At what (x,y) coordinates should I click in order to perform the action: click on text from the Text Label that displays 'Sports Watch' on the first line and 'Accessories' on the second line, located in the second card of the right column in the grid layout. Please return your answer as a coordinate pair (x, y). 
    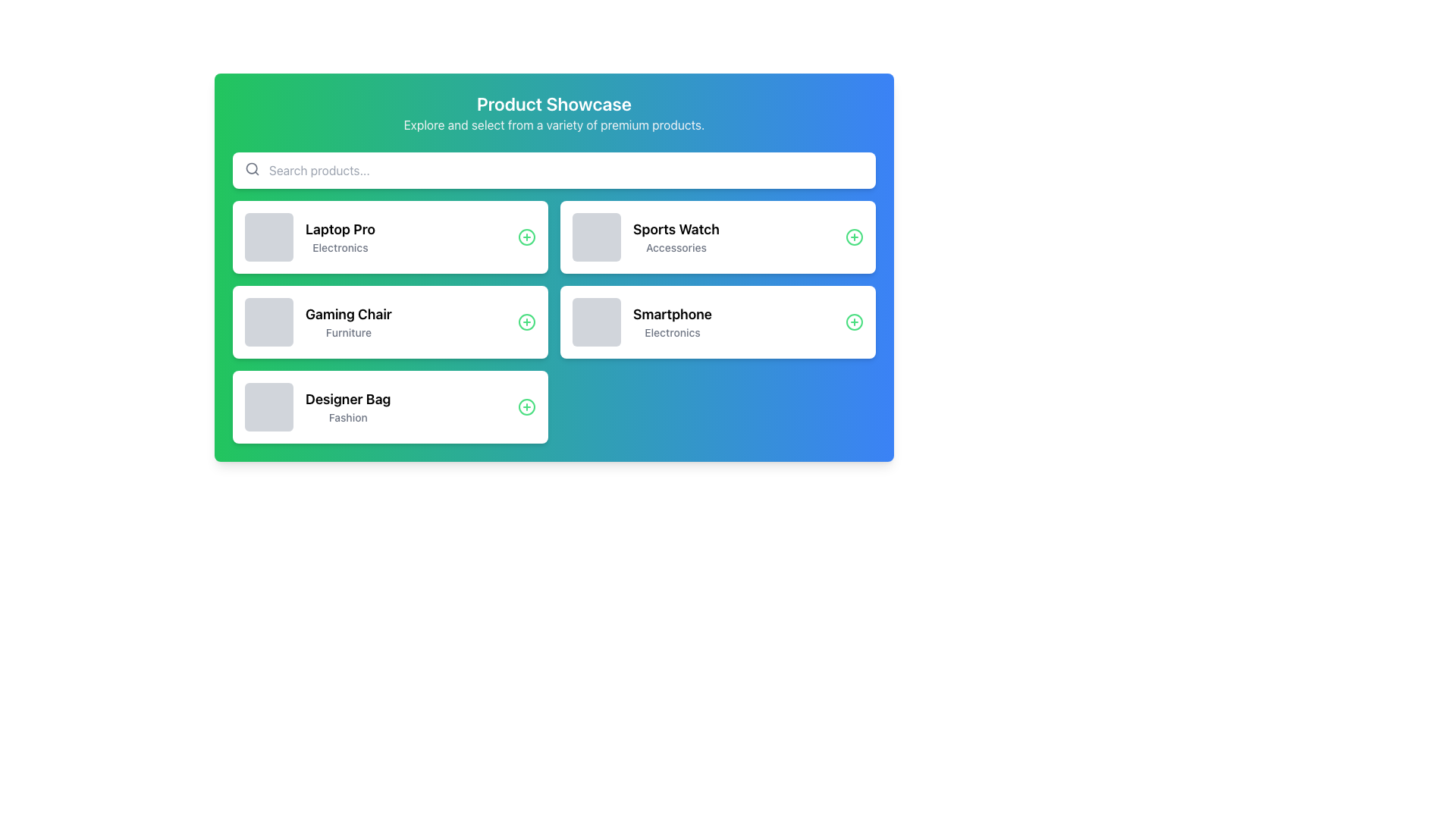
    Looking at the image, I should click on (675, 237).